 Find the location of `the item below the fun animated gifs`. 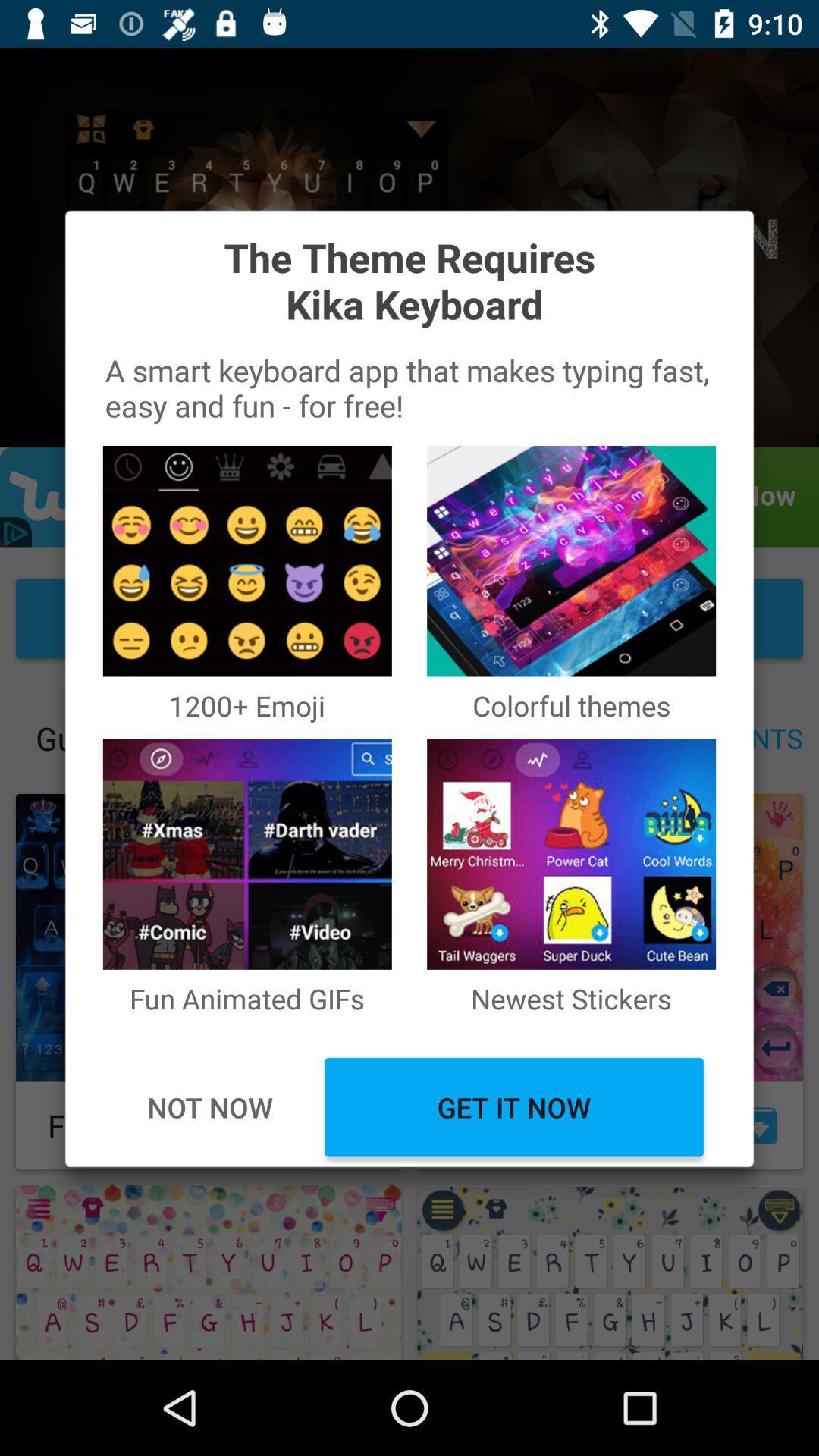

the item below the fun animated gifs is located at coordinates (513, 1107).